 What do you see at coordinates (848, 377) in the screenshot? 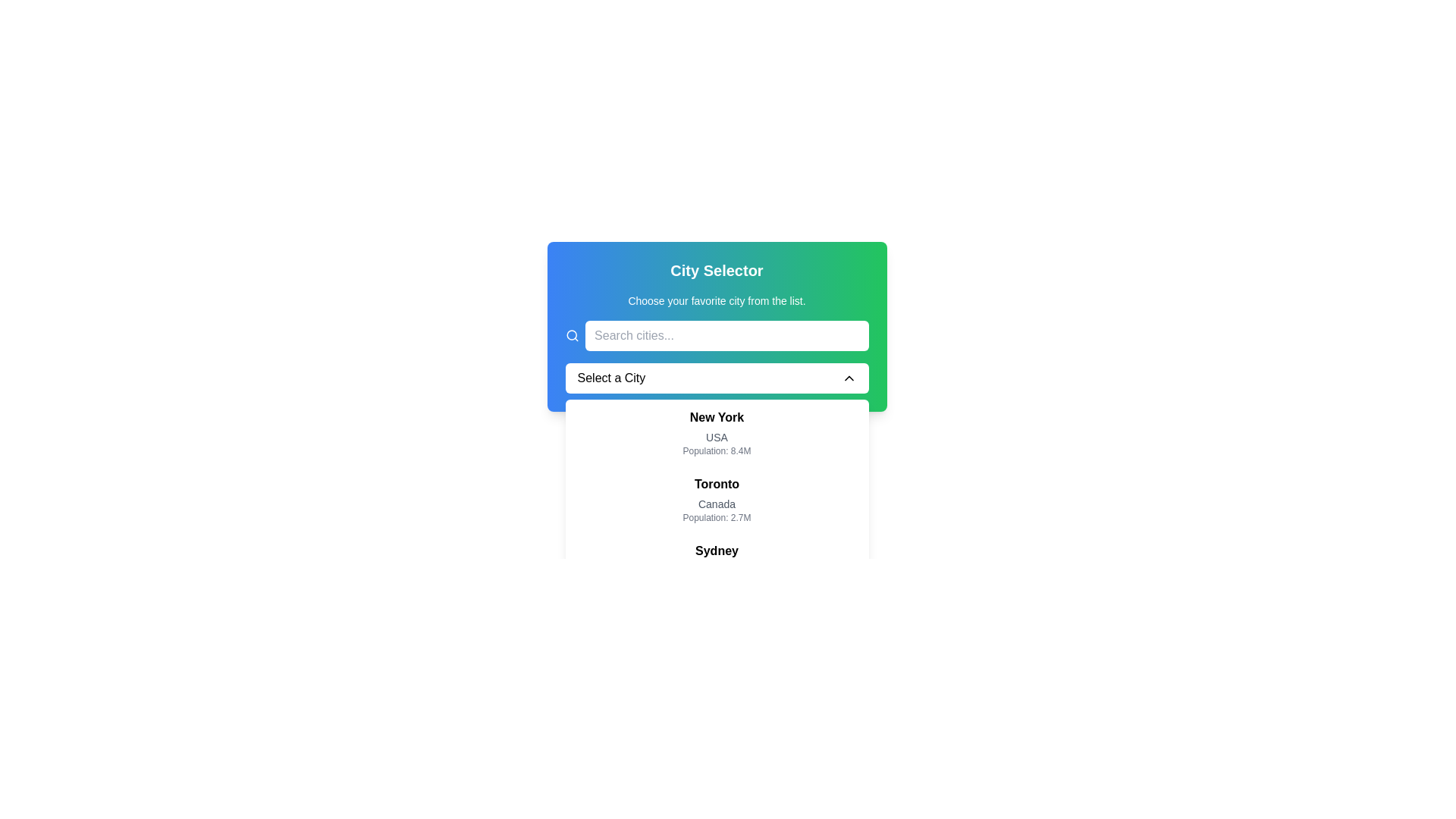
I see `the icon indicating the state of the dropdown menu next to the 'Select a City' dropdown to emphasize it visually` at bounding box center [848, 377].